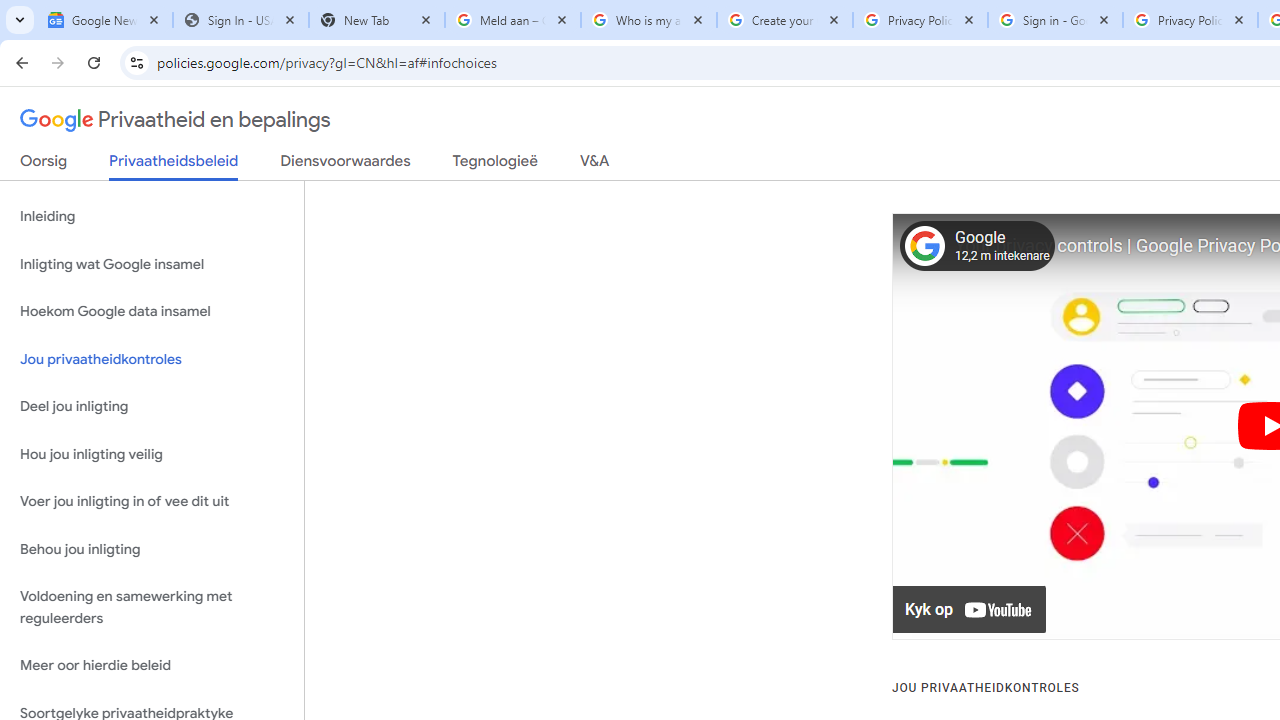  What do you see at coordinates (151, 312) in the screenshot?
I see `'Hoekom Google data insamel'` at bounding box center [151, 312].